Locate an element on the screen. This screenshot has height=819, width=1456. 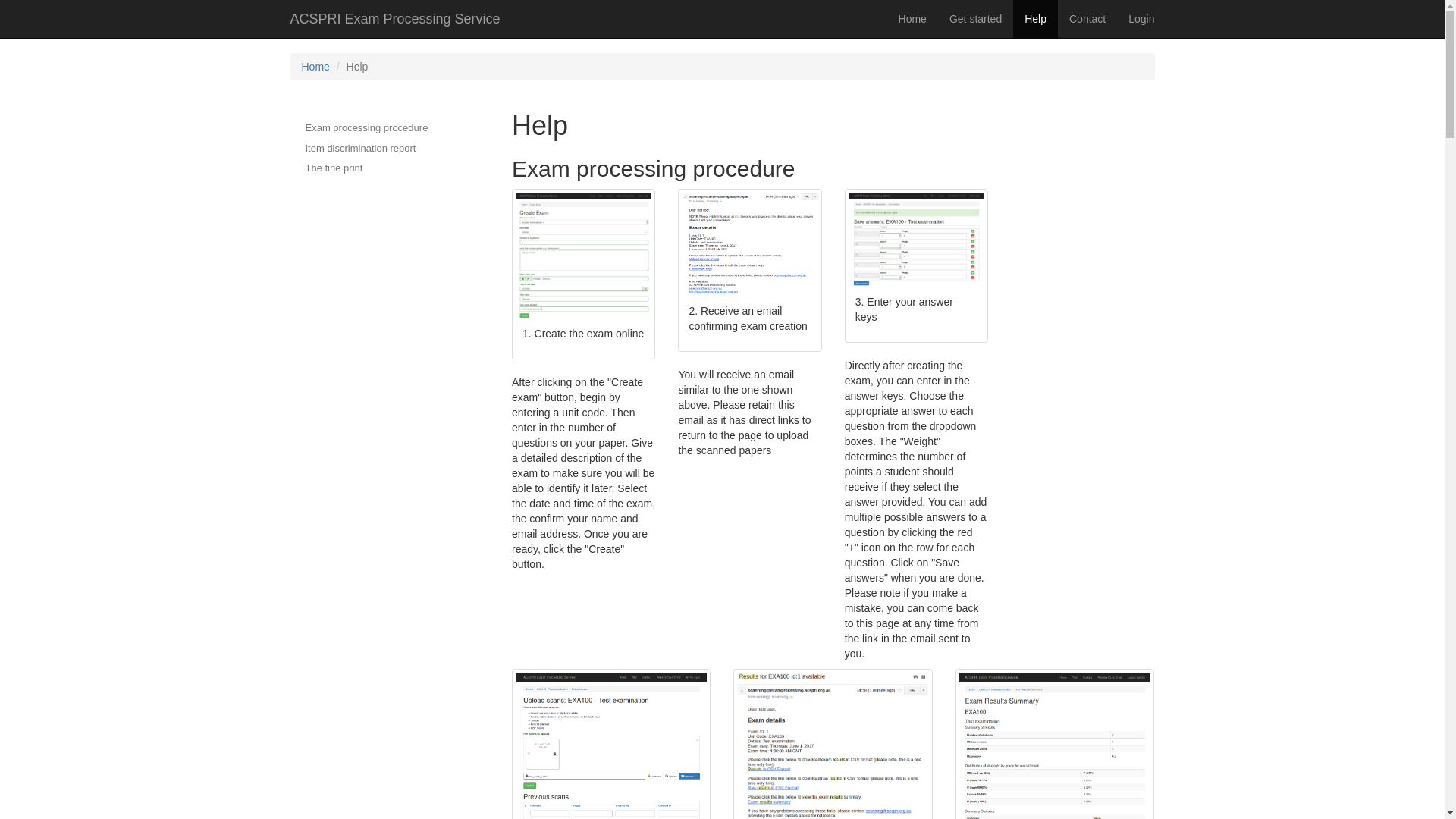
'2. Receive an email confirming exam creation' is located at coordinates (749, 270).